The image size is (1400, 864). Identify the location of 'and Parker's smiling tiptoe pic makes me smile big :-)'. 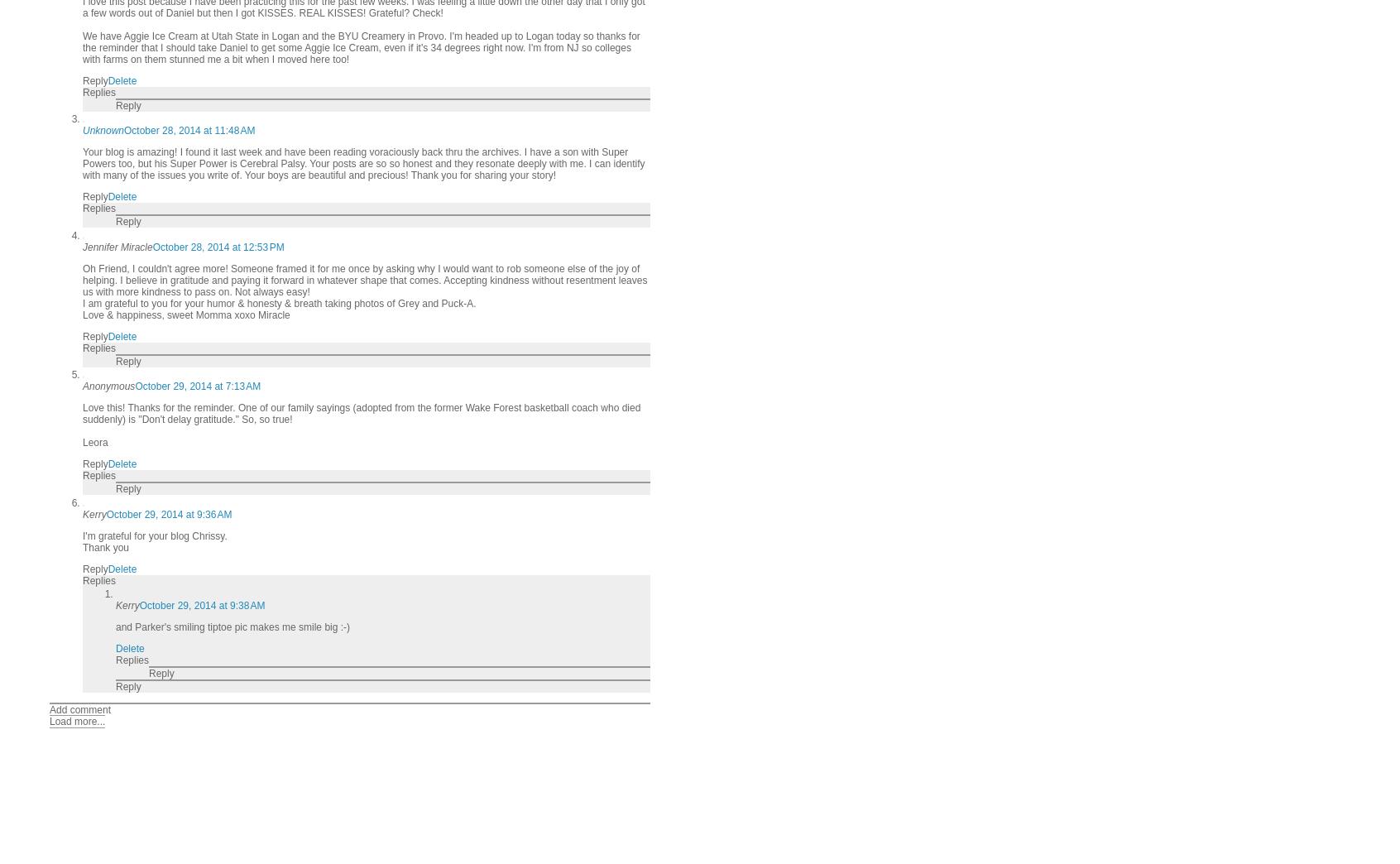
(233, 626).